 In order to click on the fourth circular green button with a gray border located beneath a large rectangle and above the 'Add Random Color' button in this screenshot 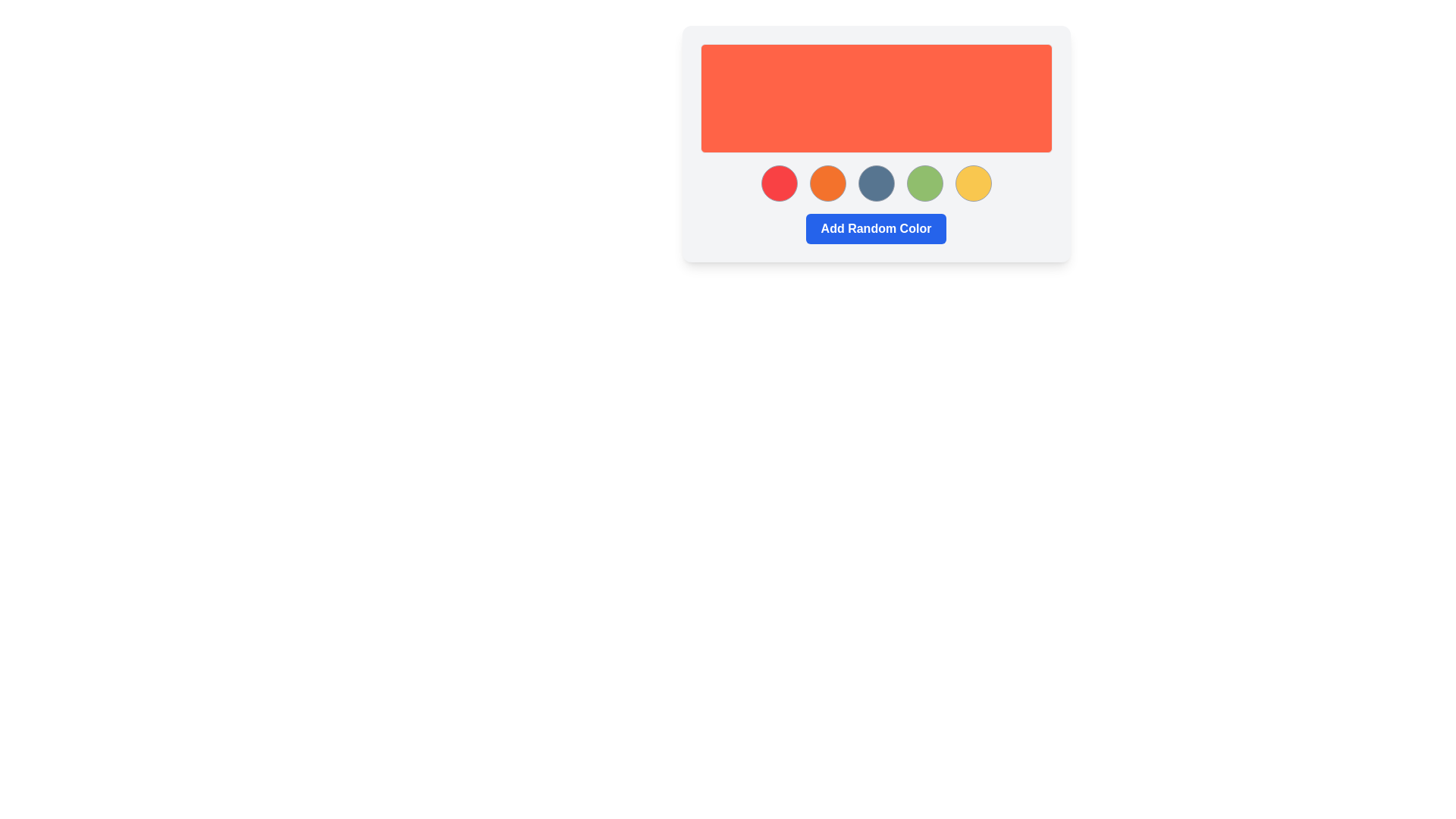, I will do `click(924, 183)`.